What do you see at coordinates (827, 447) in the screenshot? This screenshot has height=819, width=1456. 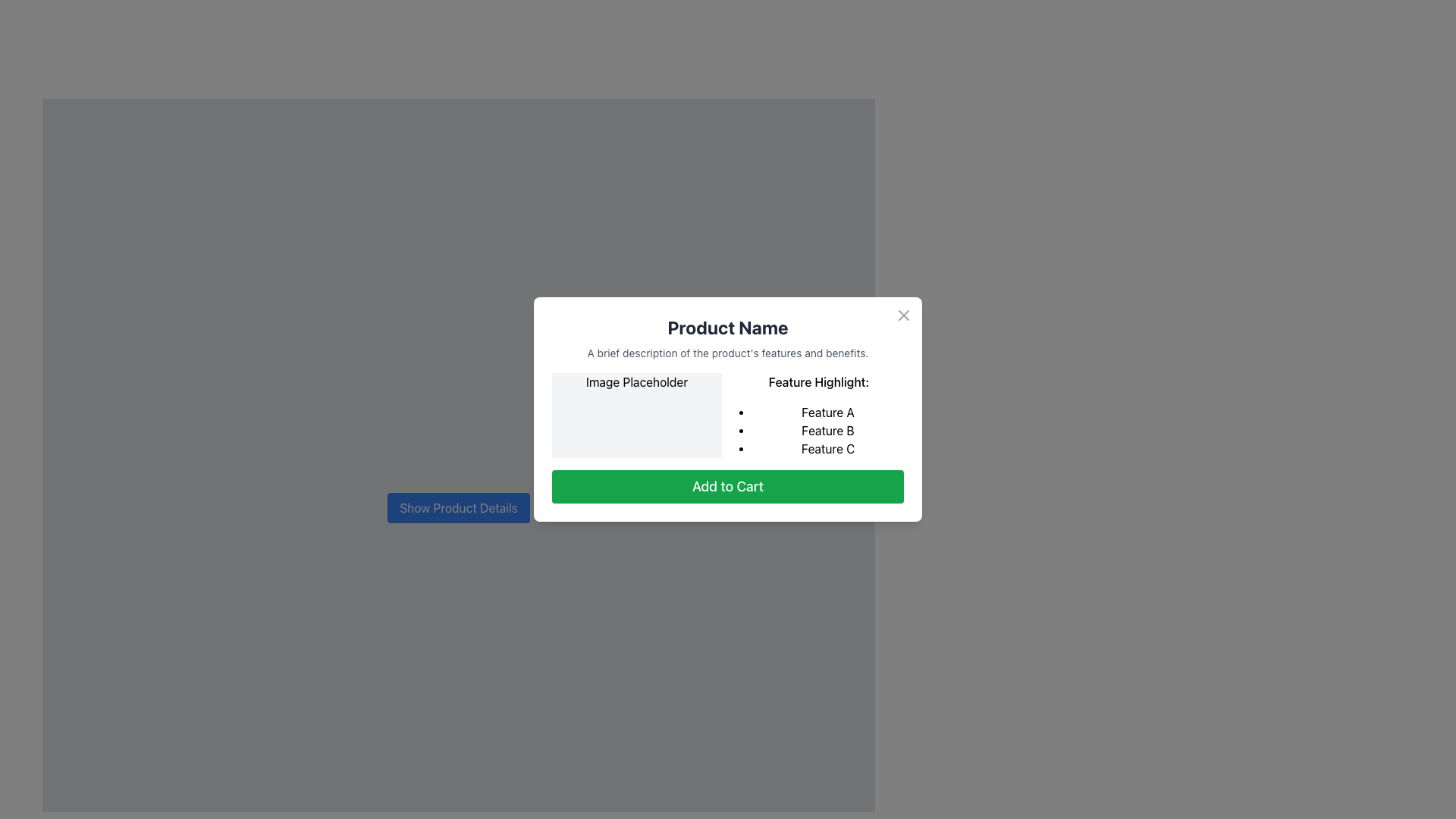 I see `the third bullet point in the 'Feature Highlight:' section of the modal window that lists 'Feature C'` at bounding box center [827, 447].